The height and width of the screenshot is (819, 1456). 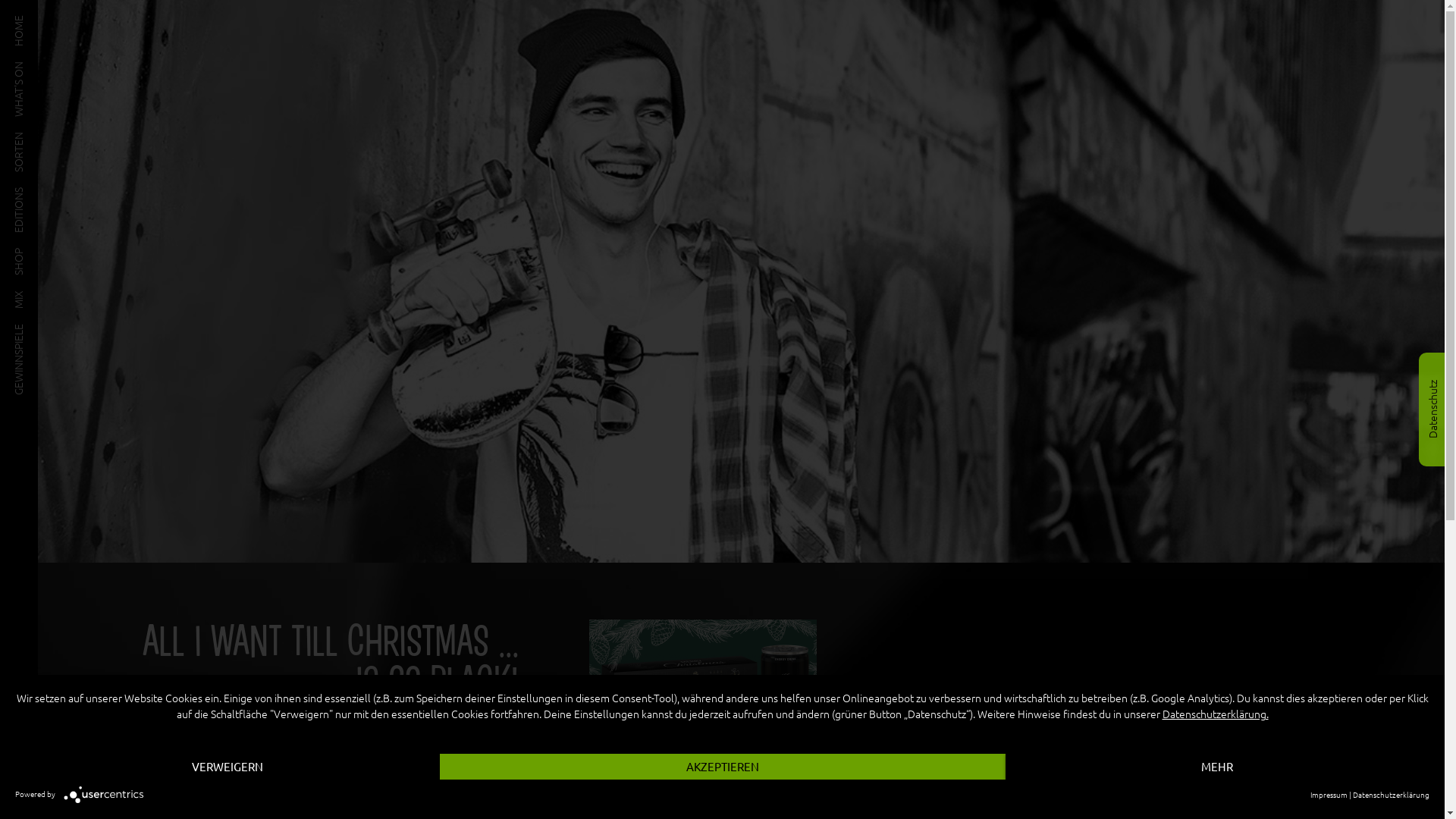 I want to click on 'MIX', so click(x=22, y=295).